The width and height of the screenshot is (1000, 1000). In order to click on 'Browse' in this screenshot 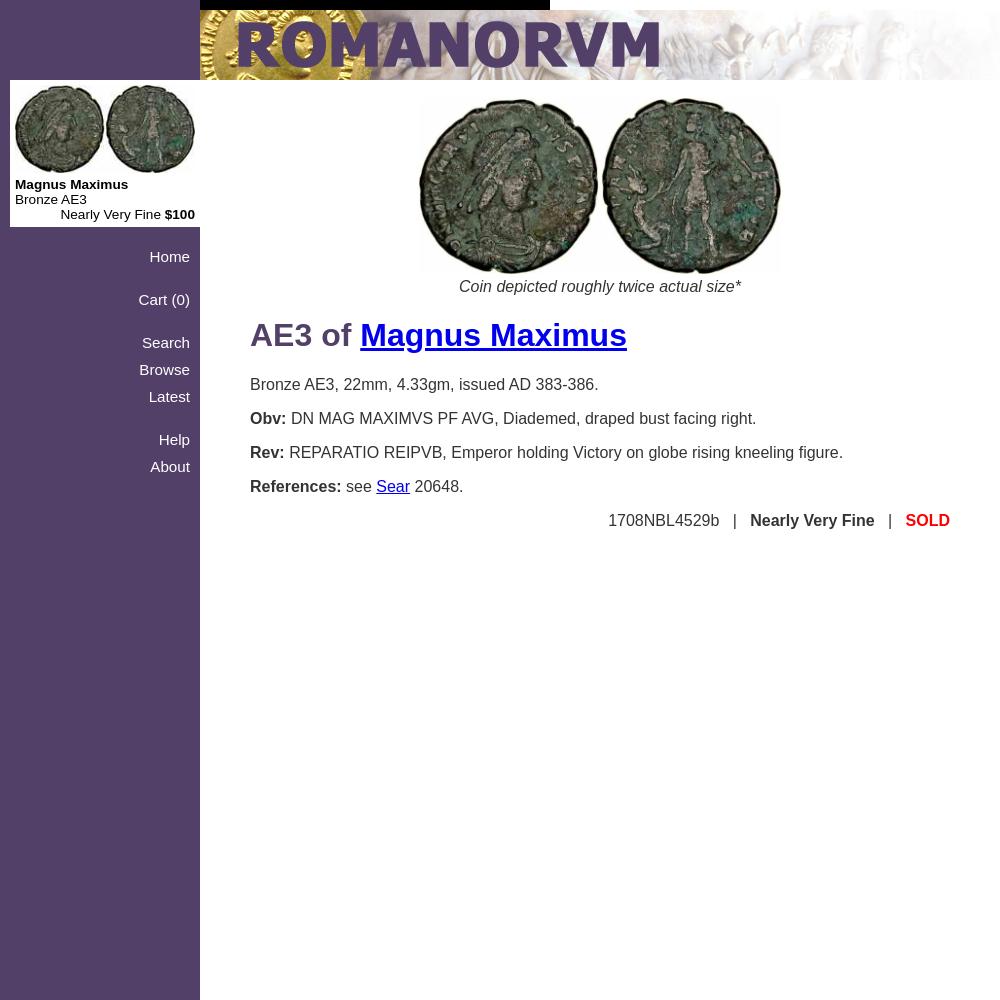, I will do `click(164, 368)`.